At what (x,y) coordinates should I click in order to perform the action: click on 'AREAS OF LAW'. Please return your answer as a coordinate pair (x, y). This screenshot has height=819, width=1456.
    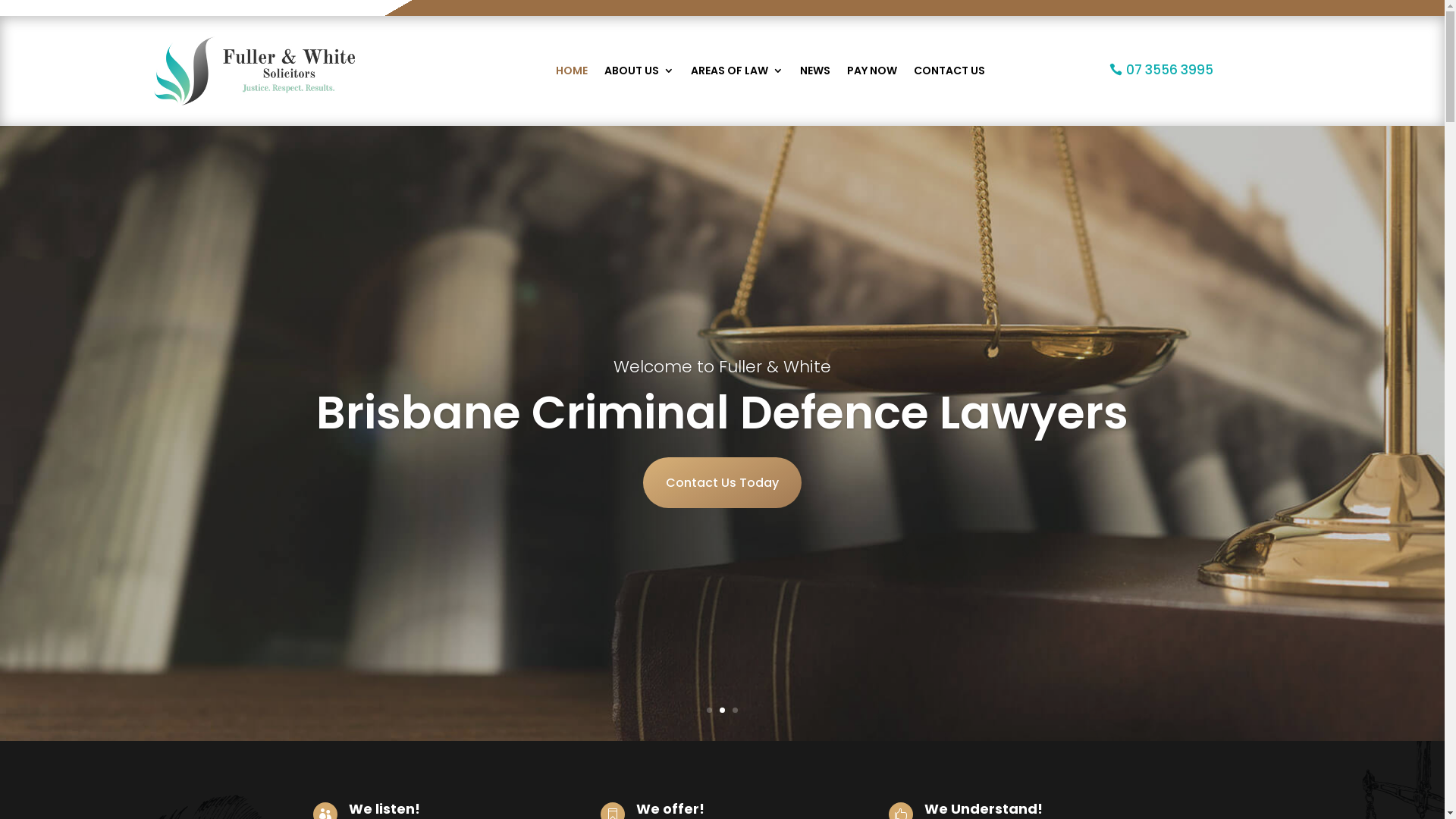
    Looking at the image, I should click on (736, 71).